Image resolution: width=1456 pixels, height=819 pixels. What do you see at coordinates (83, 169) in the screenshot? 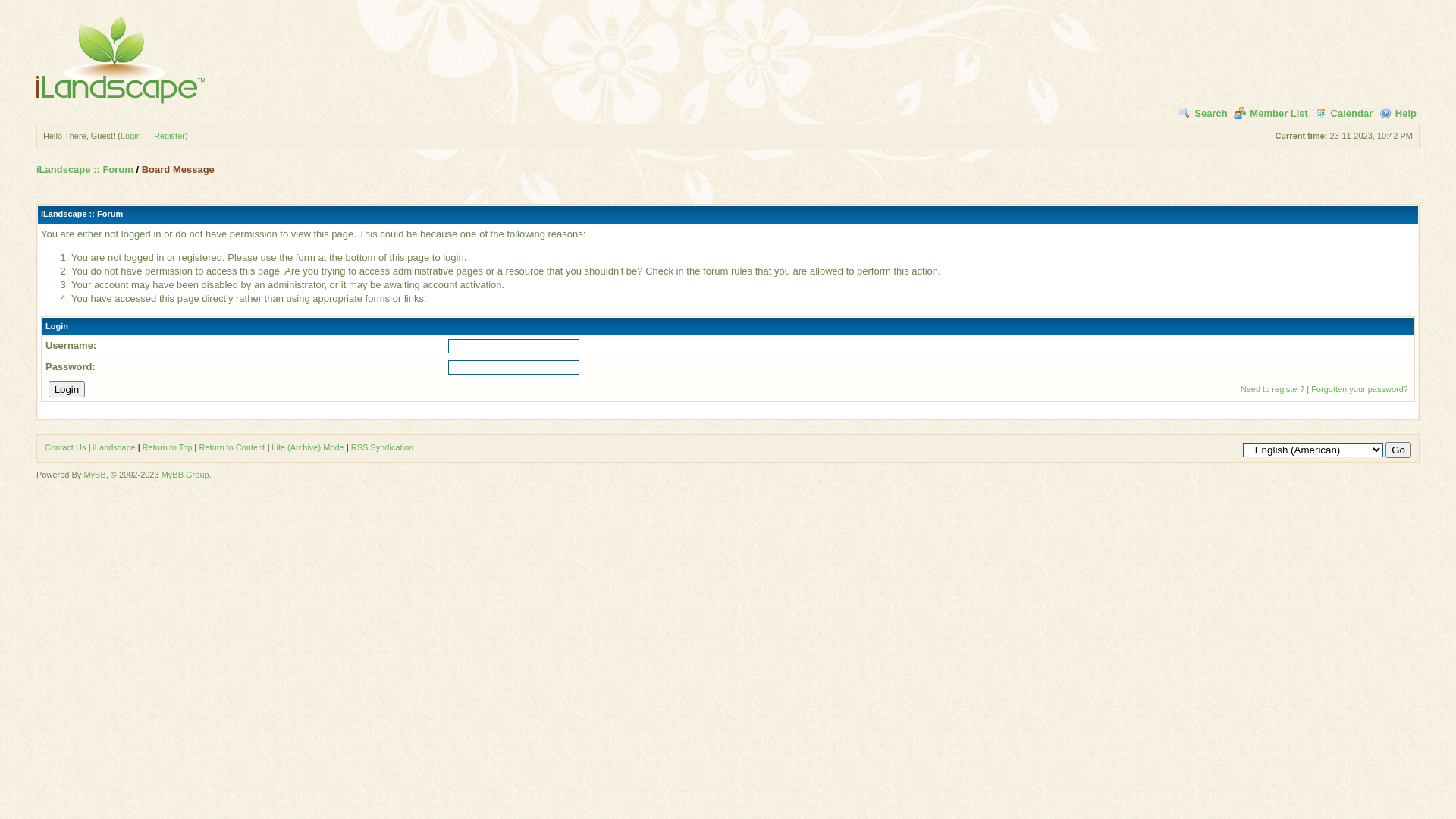
I see `'iLandscape :: Forum'` at bounding box center [83, 169].